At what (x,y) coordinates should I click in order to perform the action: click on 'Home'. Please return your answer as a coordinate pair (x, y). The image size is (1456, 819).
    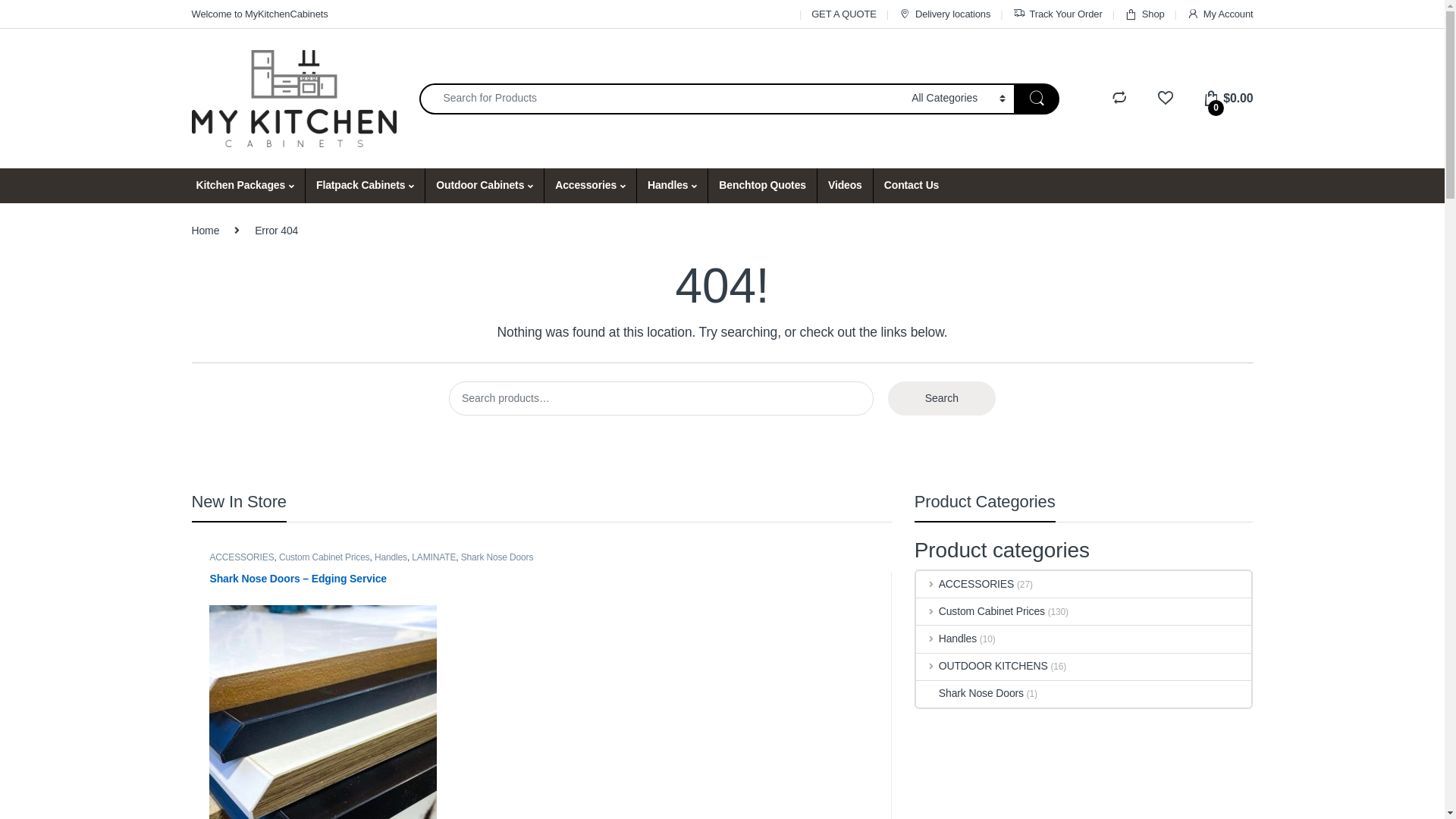
    Looking at the image, I should click on (204, 231).